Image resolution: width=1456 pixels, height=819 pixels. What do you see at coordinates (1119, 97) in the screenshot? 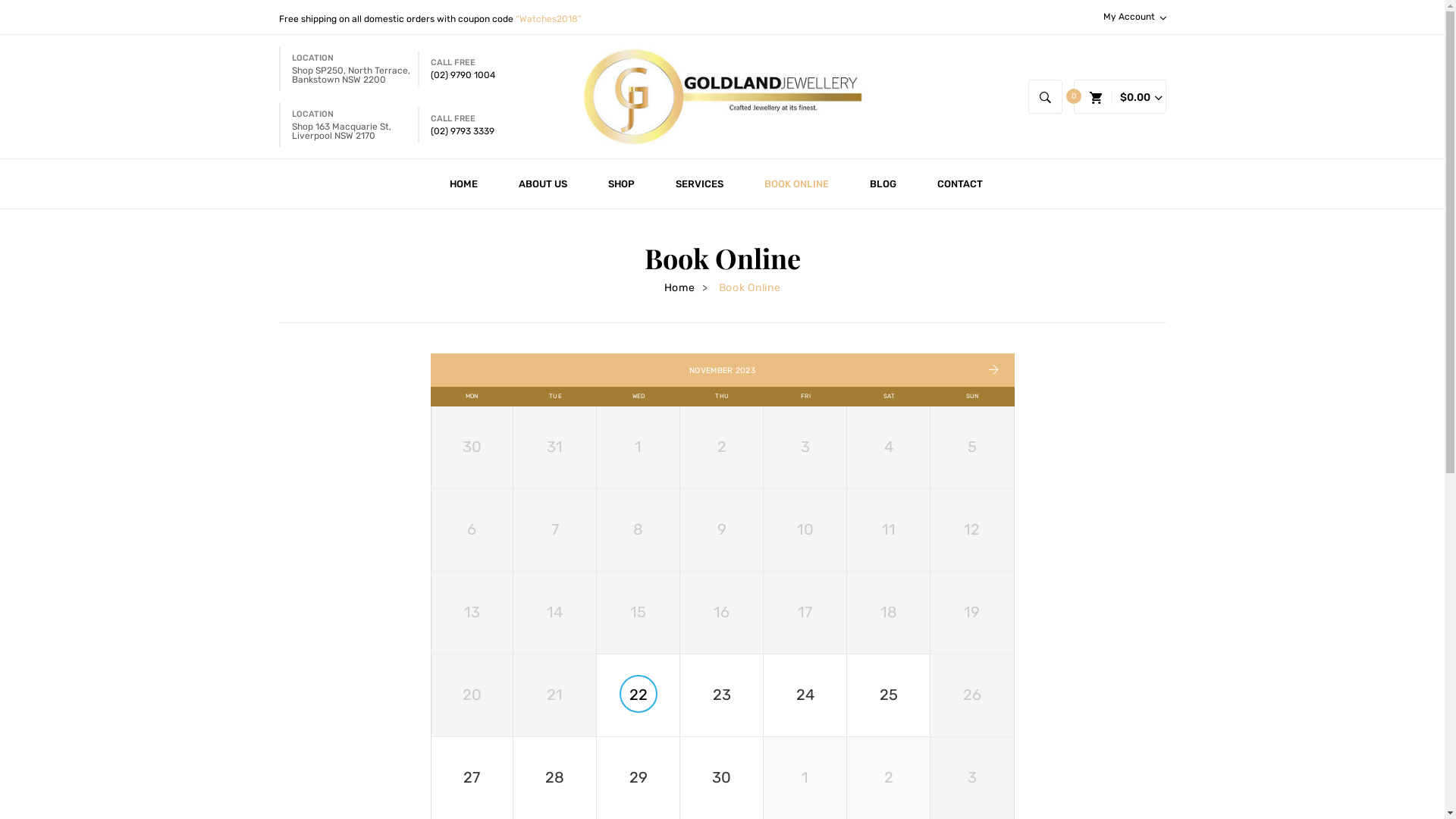
I see `'My cart` at bounding box center [1119, 97].